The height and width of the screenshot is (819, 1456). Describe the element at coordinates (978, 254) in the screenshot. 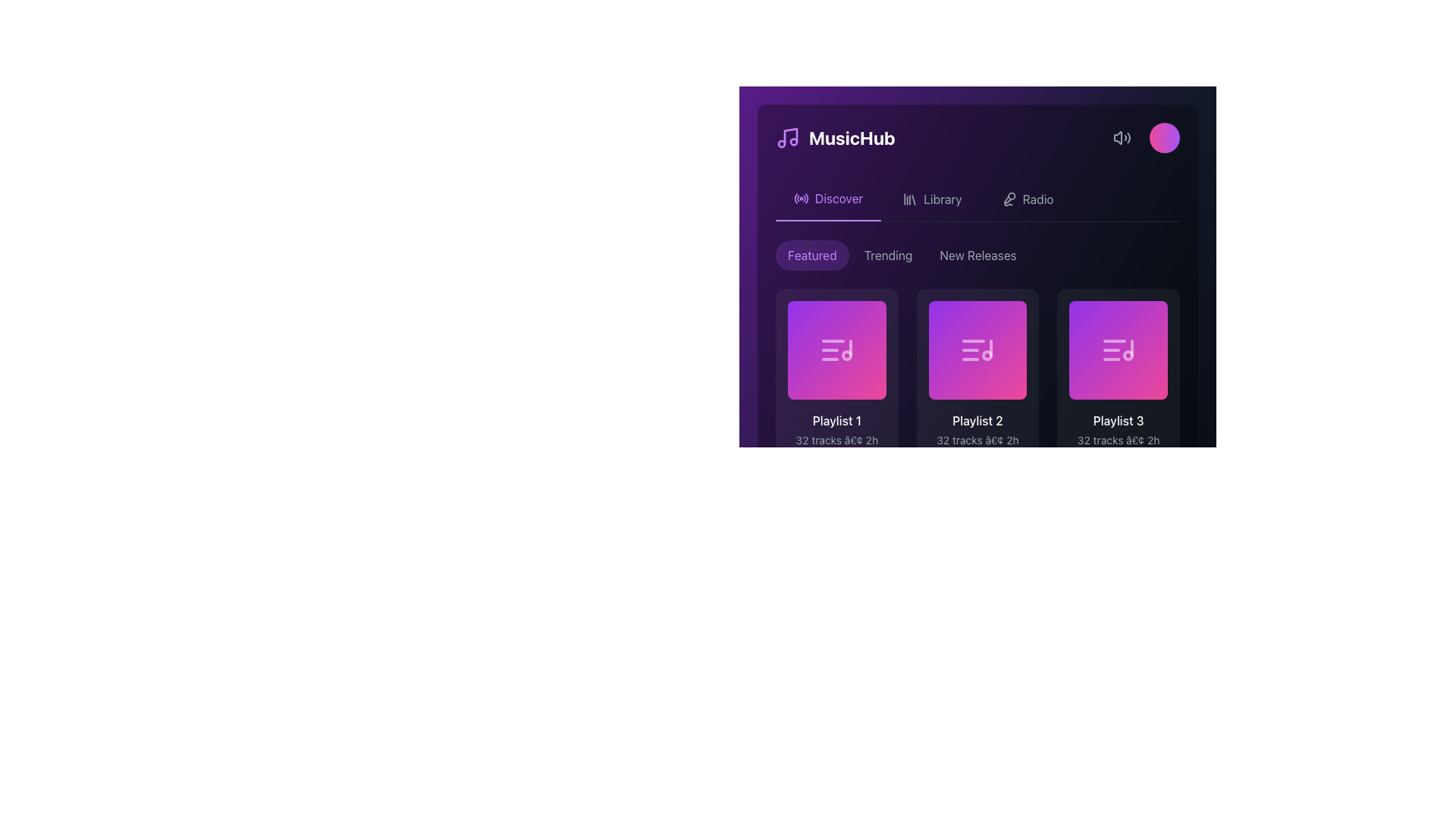

I see `the 'New Releases' button, which is the third button from the left in the horizontal row beneath the top navigation menu` at that location.